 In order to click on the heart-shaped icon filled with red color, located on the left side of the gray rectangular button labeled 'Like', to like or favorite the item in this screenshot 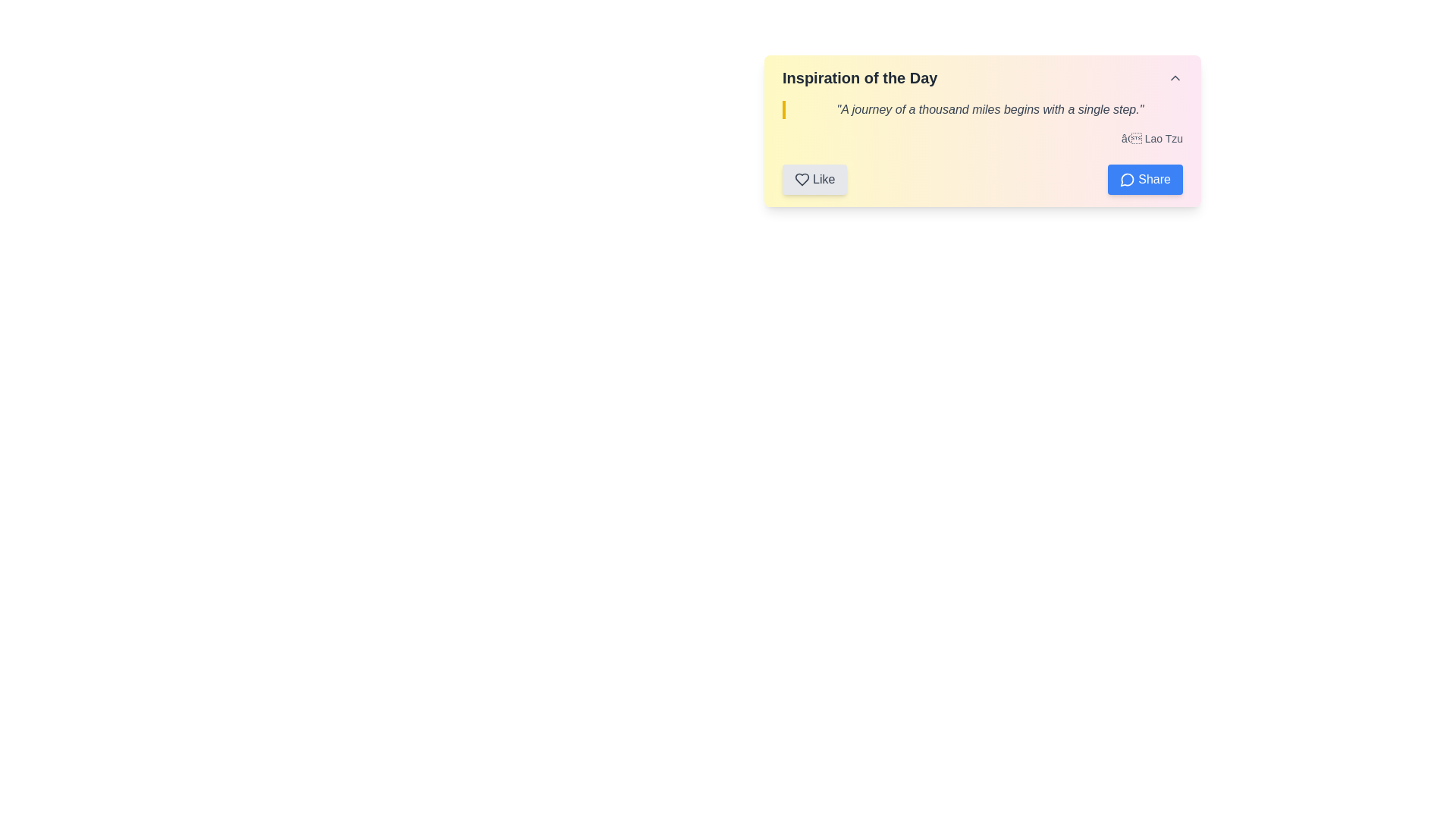, I will do `click(801, 178)`.